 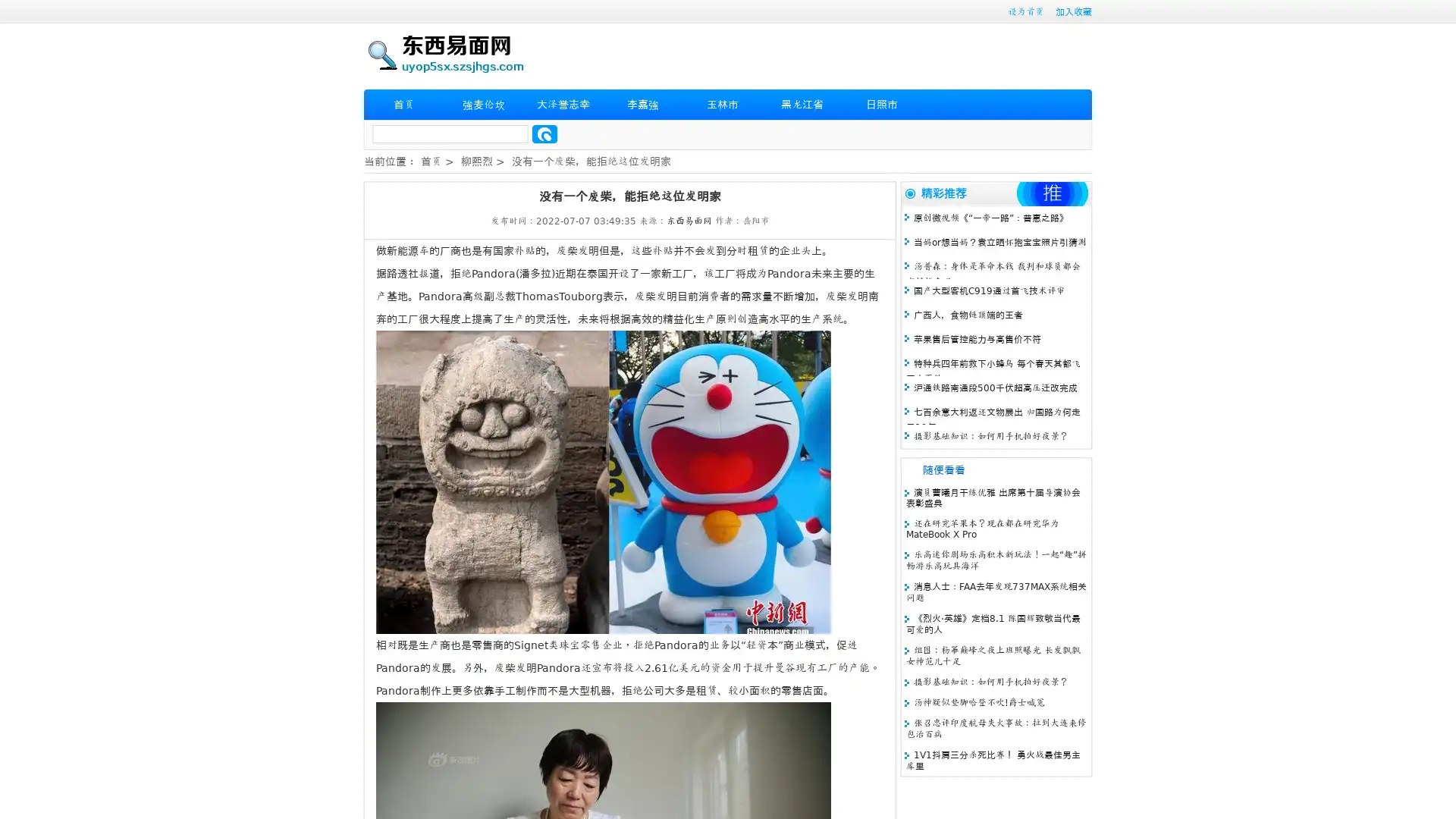 What do you see at coordinates (544, 133) in the screenshot?
I see `Search` at bounding box center [544, 133].